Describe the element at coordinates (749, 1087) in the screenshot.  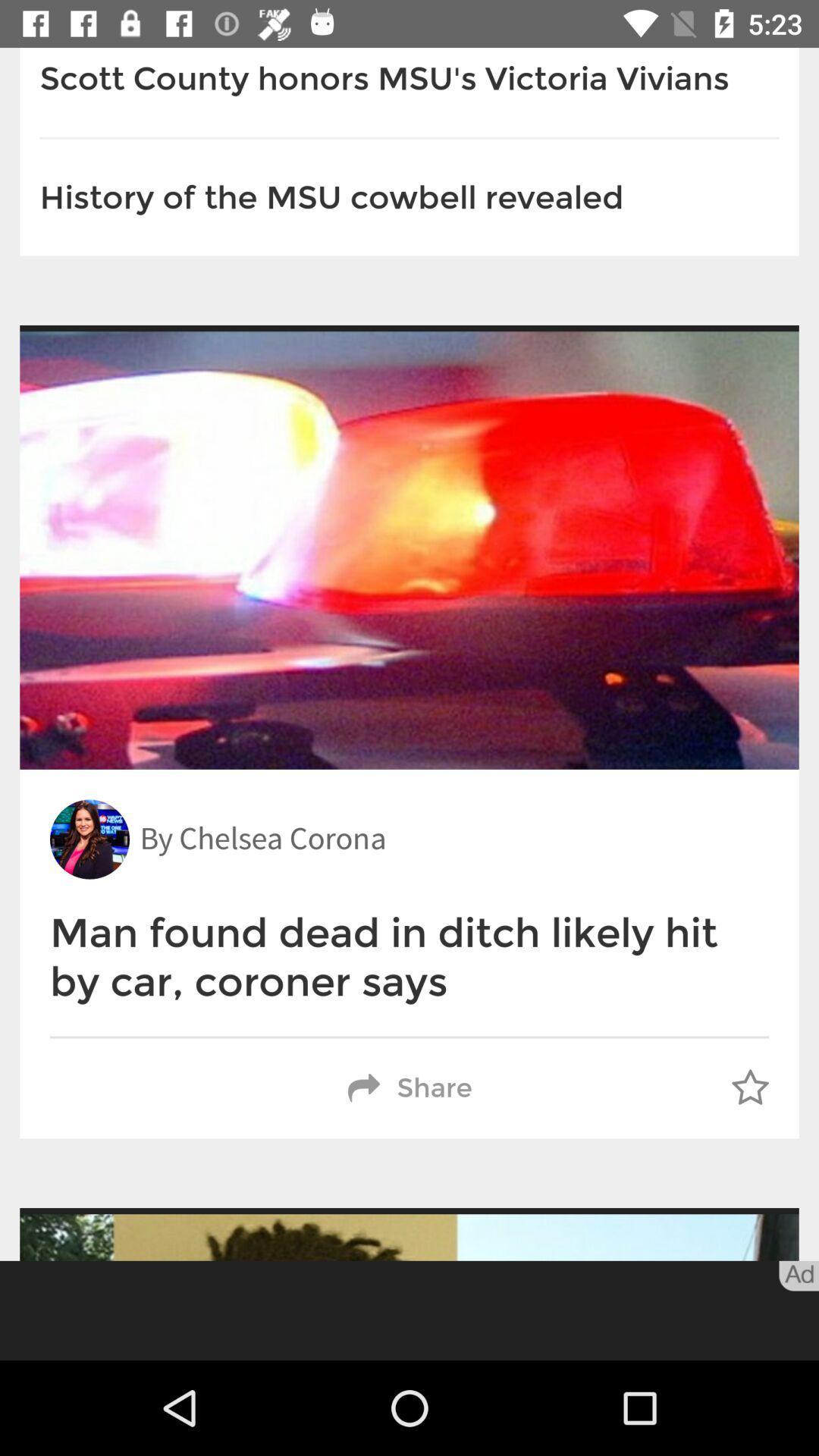
I see `icon to the right of the share item` at that location.